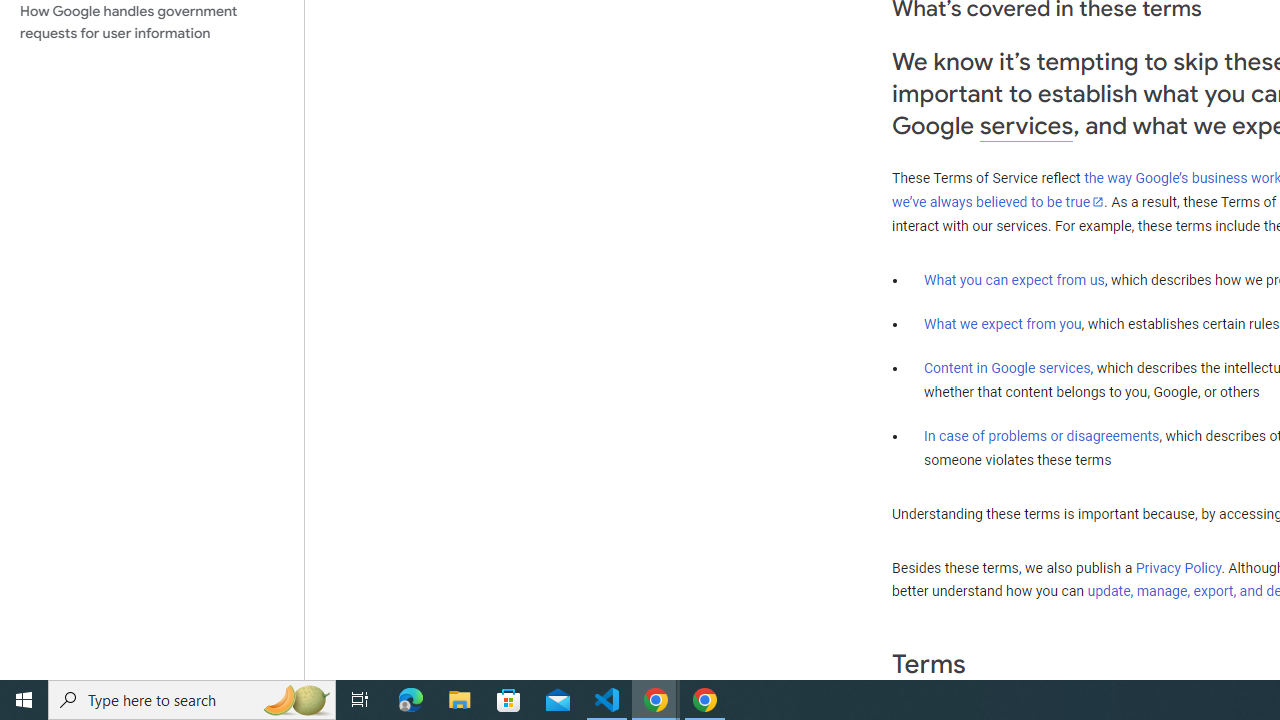 The height and width of the screenshot is (720, 1280). What do you see at coordinates (1007, 368) in the screenshot?
I see `'Content in Google services'` at bounding box center [1007, 368].